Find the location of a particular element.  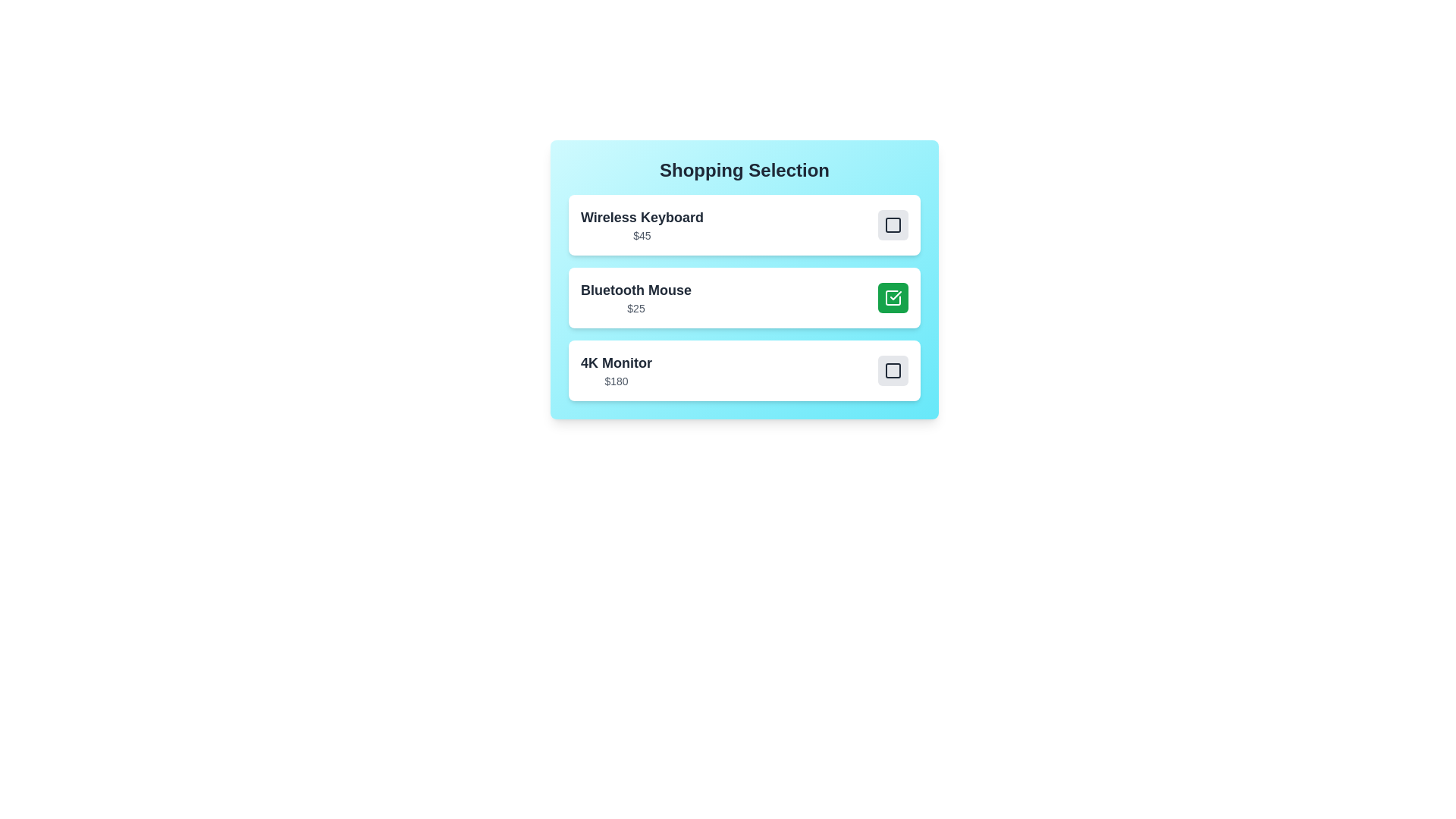

the checkbox located to the far right of the row associated with 'Wireless Keyboard' is located at coordinates (893, 225).